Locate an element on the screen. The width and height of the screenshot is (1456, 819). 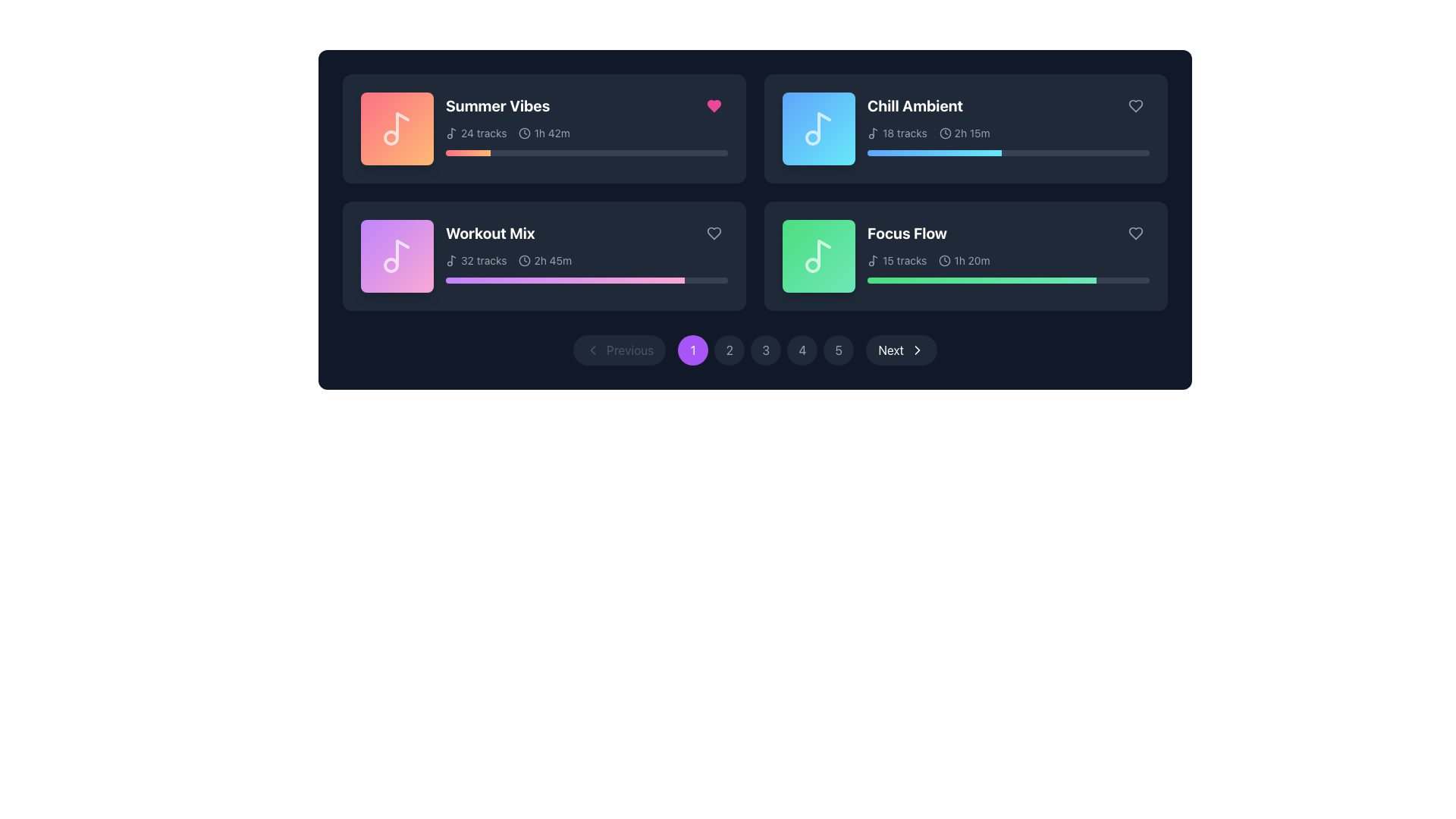
the 'Summer Vibes' information card element is located at coordinates (585, 124).